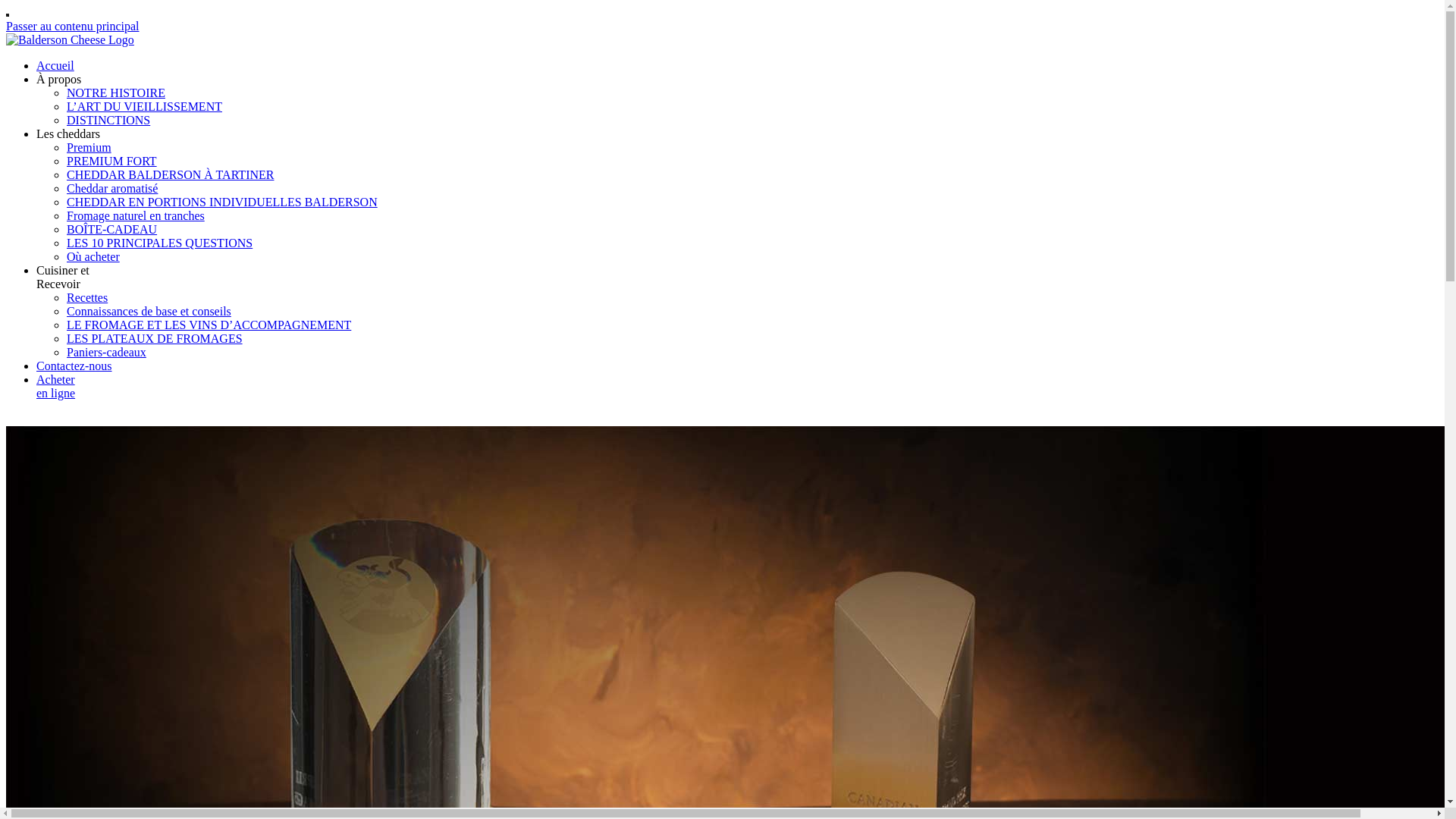 This screenshot has width=1456, height=819. I want to click on 'DISTINCTIONS', so click(108, 119).